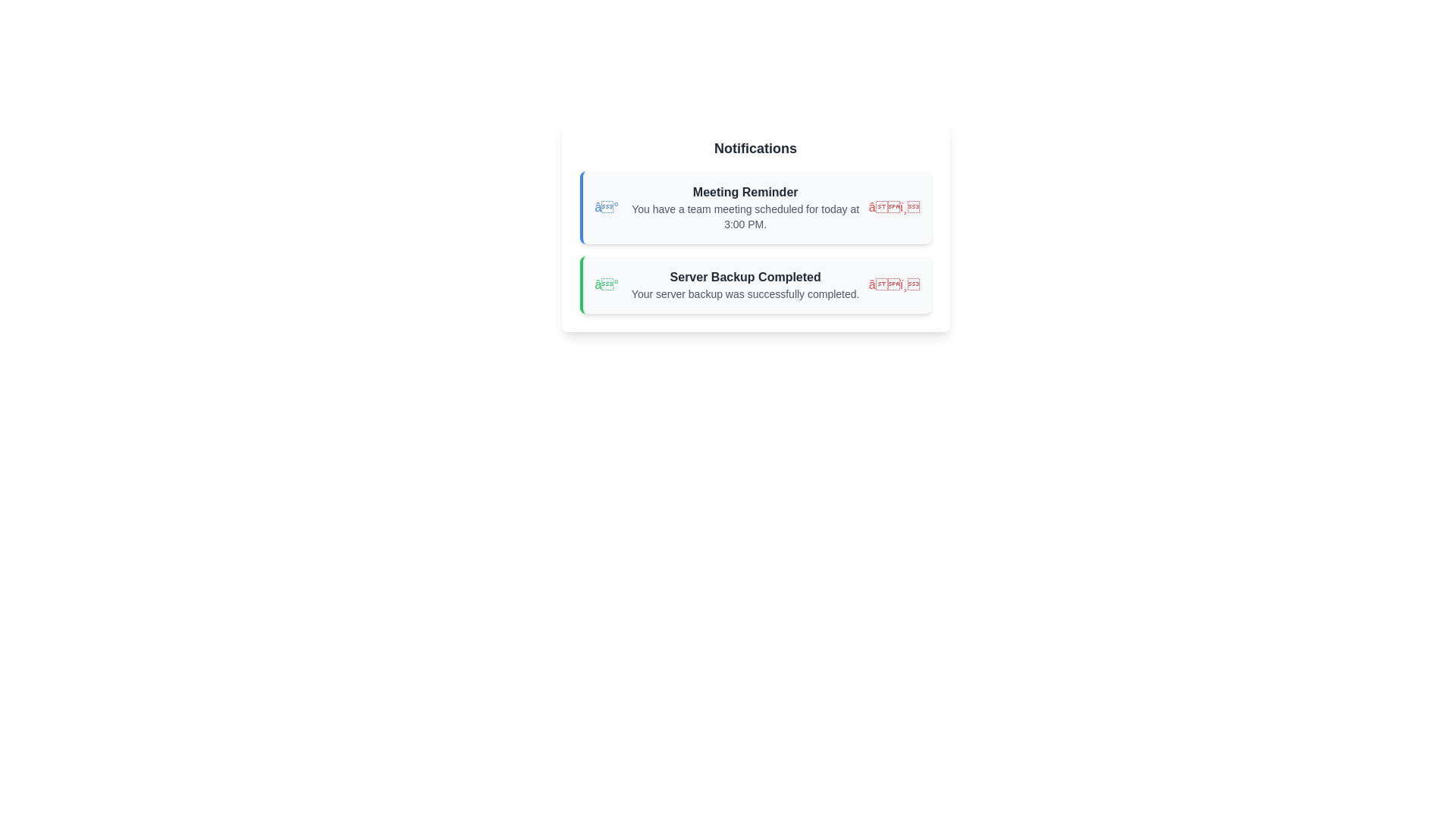 This screenshot has width=1456, height=819. Describe the element at coordinates (745, 294) in the screenshot. I see `text from the text label that states 'Your server backup was successfully completed.' which is styled in a smaller gray font and located below the title 'Server Backup Completed' within the notification card` at that location.